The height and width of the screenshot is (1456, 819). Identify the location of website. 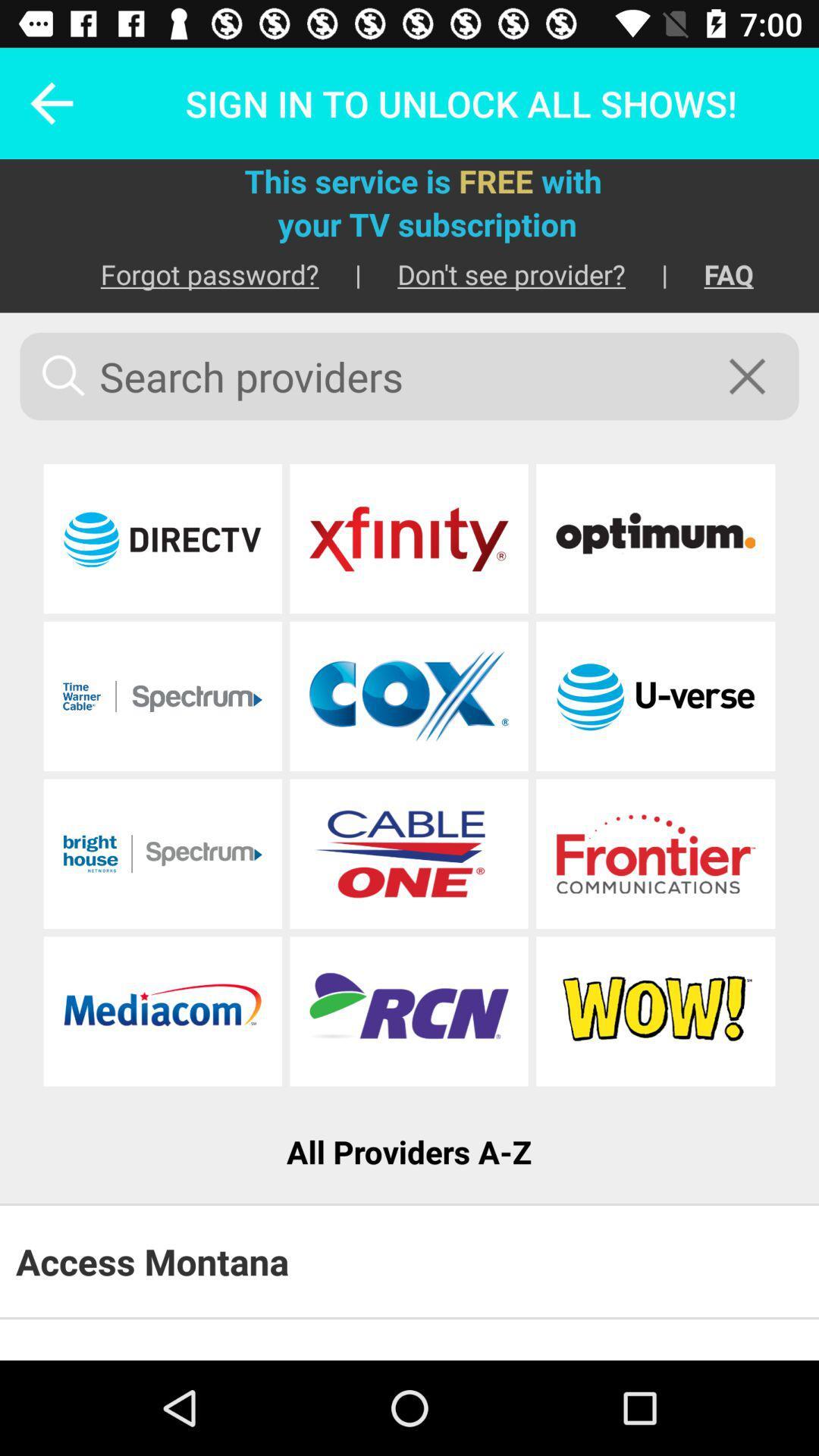
(408, 1011).